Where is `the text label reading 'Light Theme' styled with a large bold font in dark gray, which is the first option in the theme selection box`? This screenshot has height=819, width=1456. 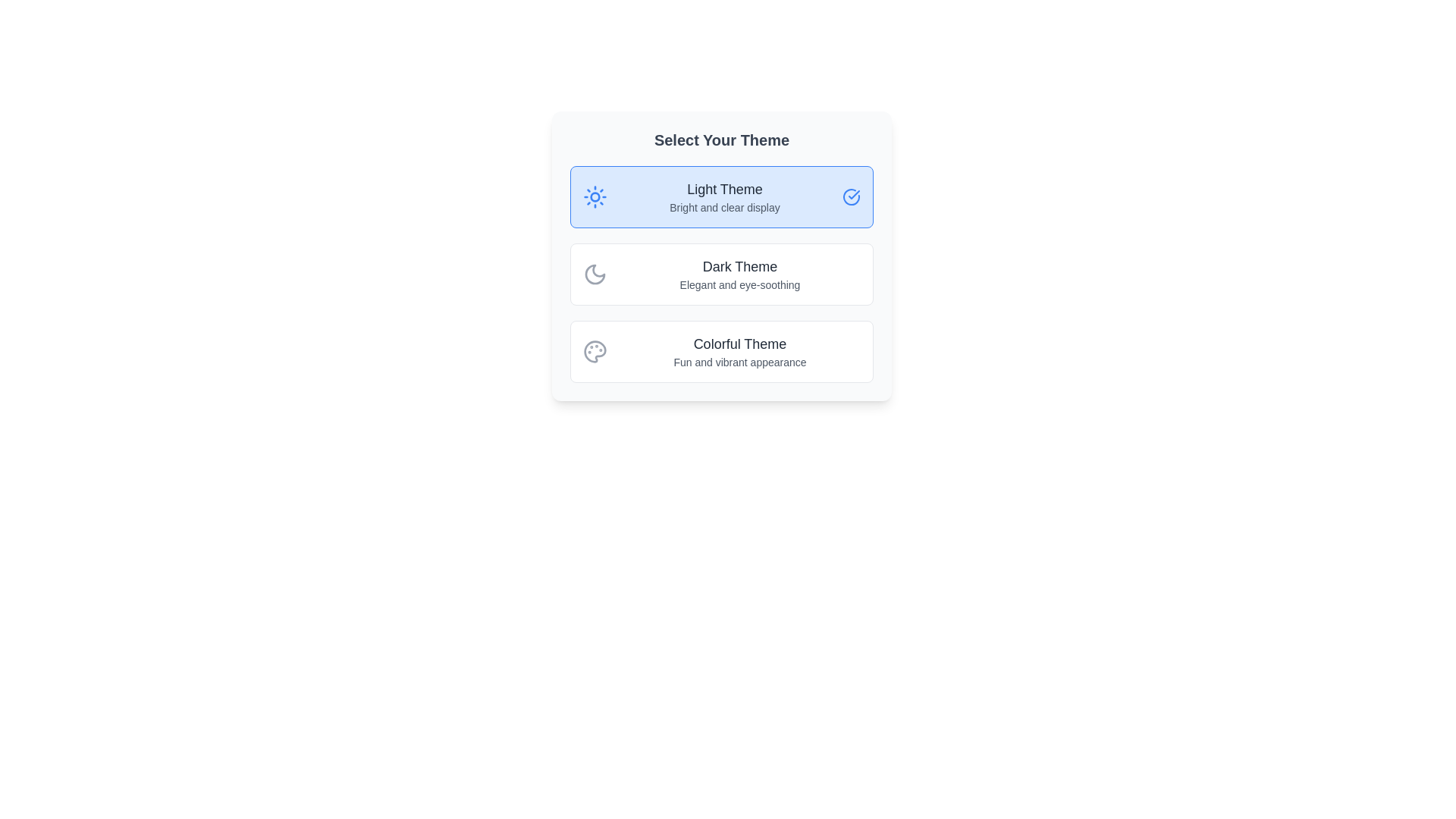 the text label reading 'Light Theme' styled with a large bold font in dark gray, which is the first option in the theme selection box is located at coordinates (723, 189).